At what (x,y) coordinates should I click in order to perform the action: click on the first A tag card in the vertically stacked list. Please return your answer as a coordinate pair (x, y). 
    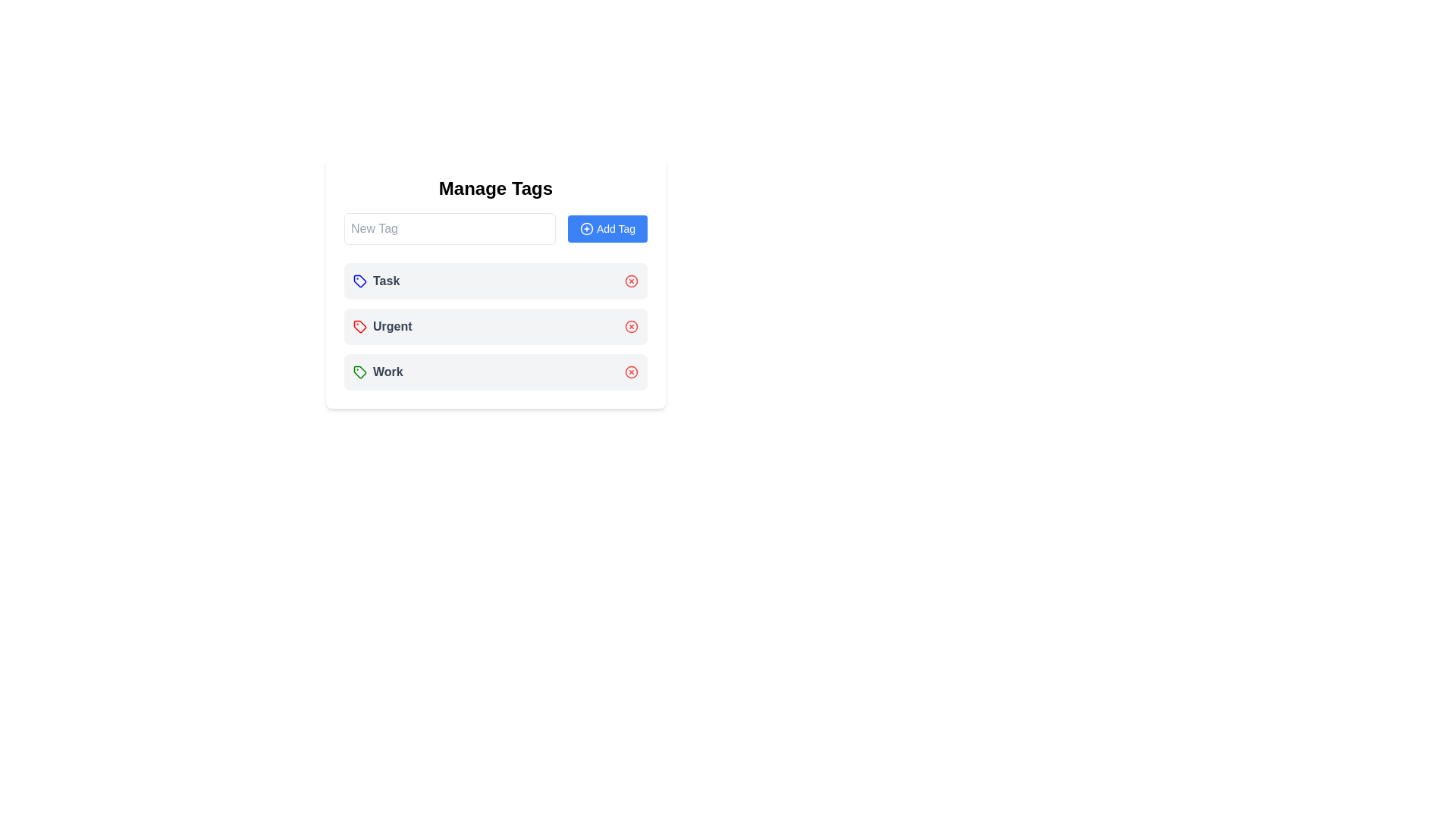
    Looking at the image, I should click on (495, 281).